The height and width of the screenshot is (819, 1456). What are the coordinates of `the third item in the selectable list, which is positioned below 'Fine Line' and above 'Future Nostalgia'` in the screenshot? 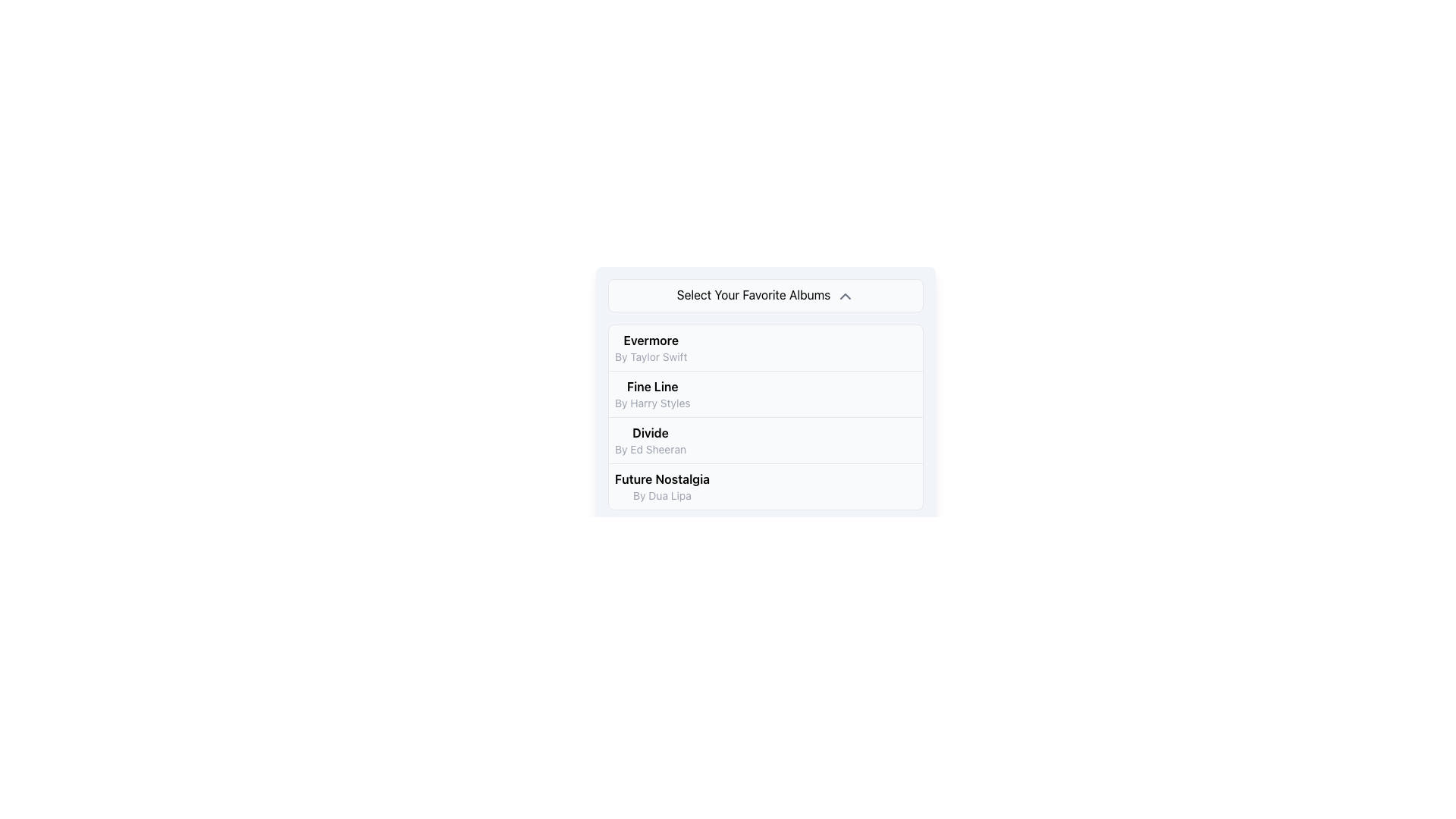 It's located at (765, 439).